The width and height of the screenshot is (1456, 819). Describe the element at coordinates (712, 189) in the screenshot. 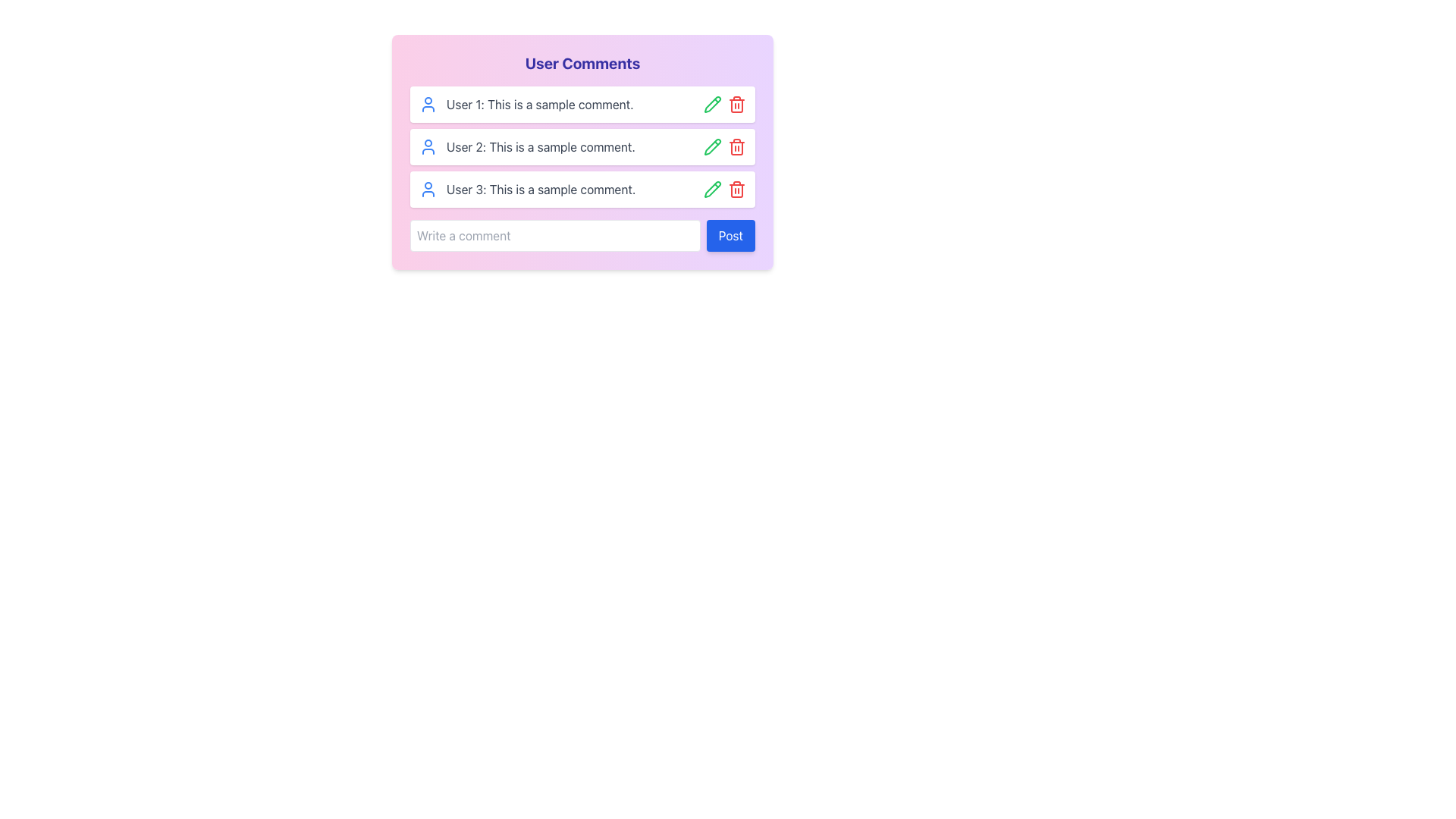

I see `the pencil icon button, which indicates edit functionality for the third user comment under 'User 3: This is a sample comment.'` at that location.